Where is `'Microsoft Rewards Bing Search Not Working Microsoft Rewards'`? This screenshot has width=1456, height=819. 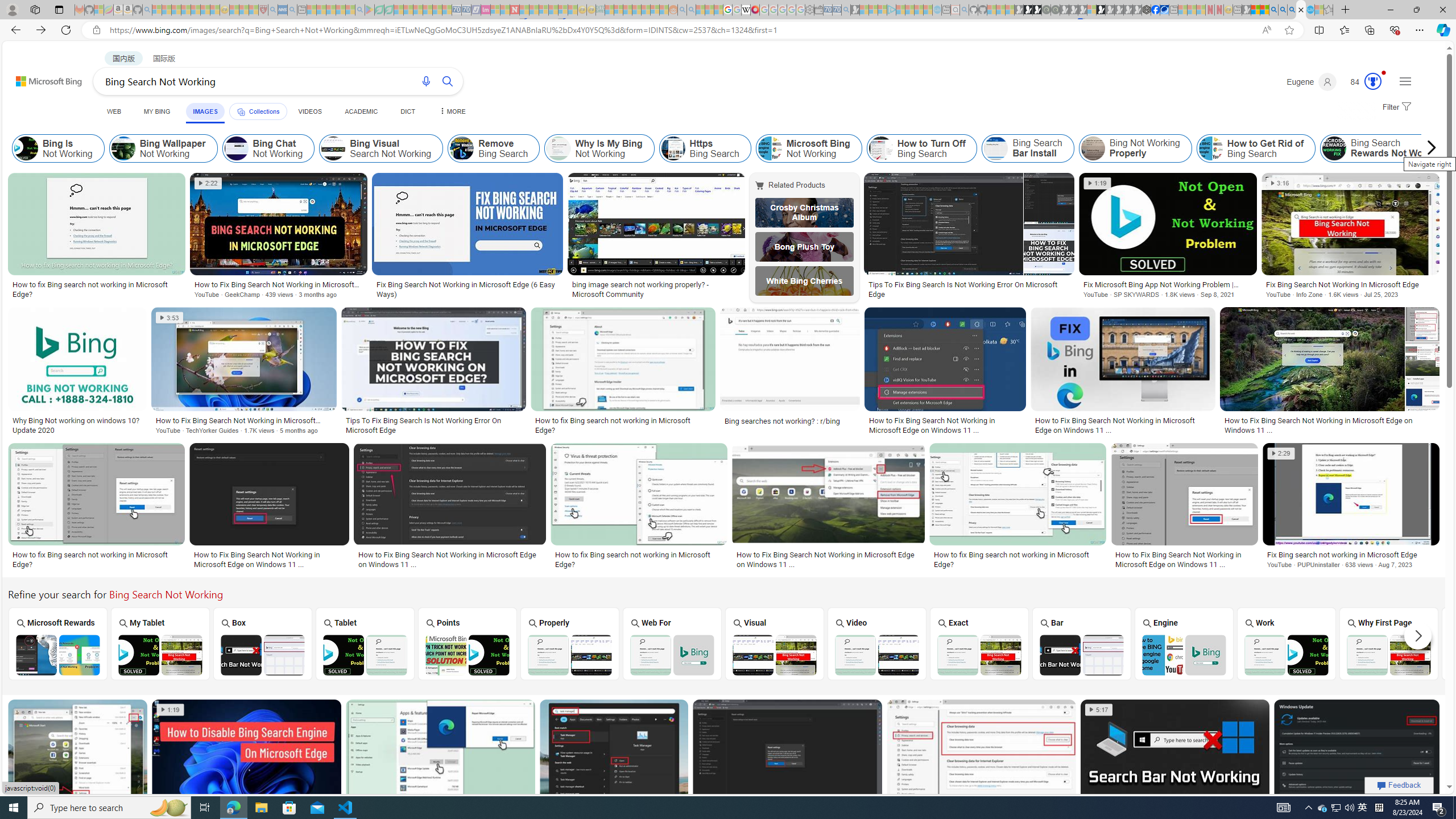 'Microsoft Rewards Bing Search Not Working Microsoft Rewards' is located at coordinates (57, 643).